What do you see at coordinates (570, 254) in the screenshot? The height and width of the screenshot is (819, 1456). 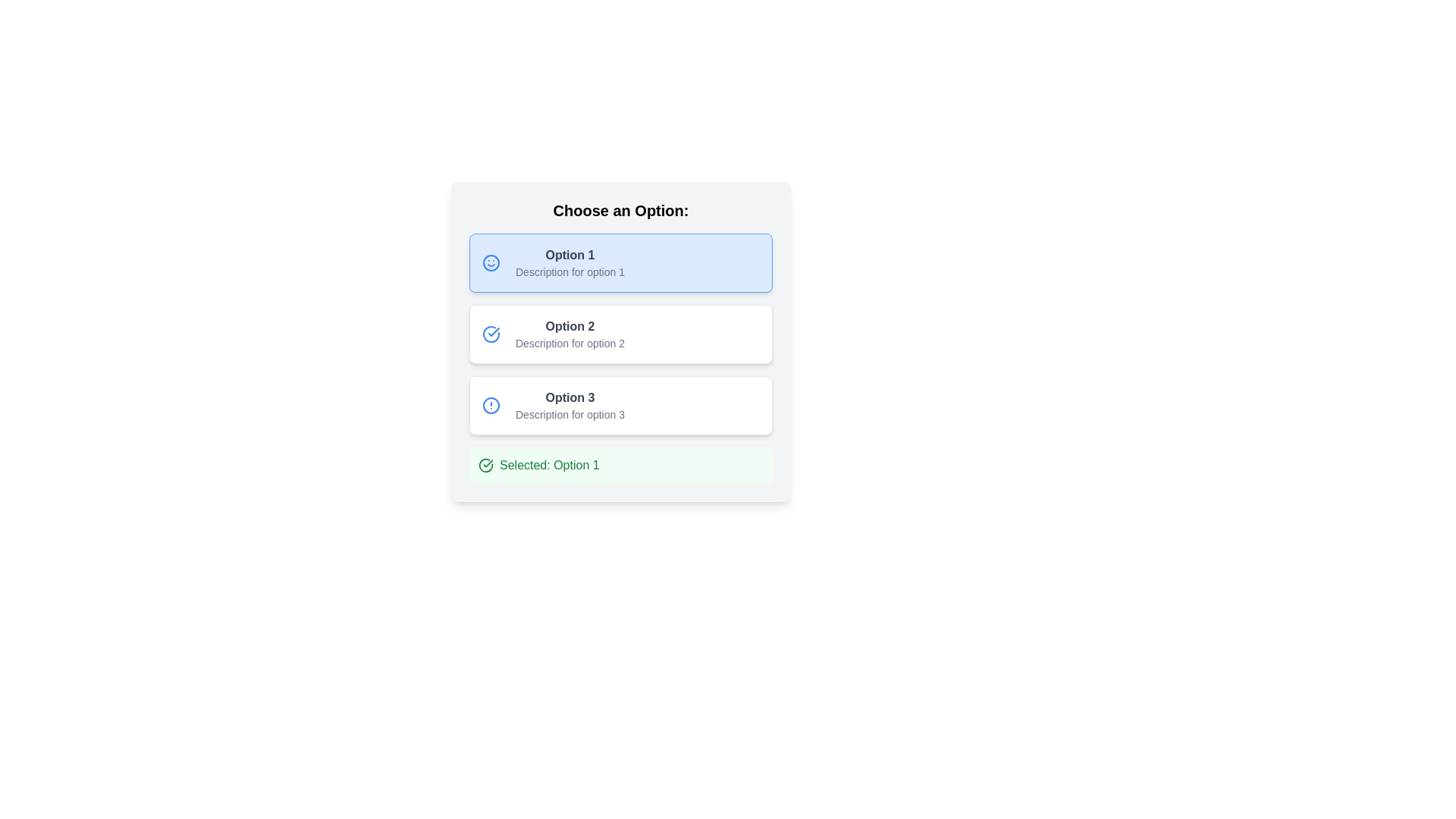 I see `text element displaying 'Option 1' in bold, located at the upper left section of a blue rectangular card` at bounding box center [570, 254].